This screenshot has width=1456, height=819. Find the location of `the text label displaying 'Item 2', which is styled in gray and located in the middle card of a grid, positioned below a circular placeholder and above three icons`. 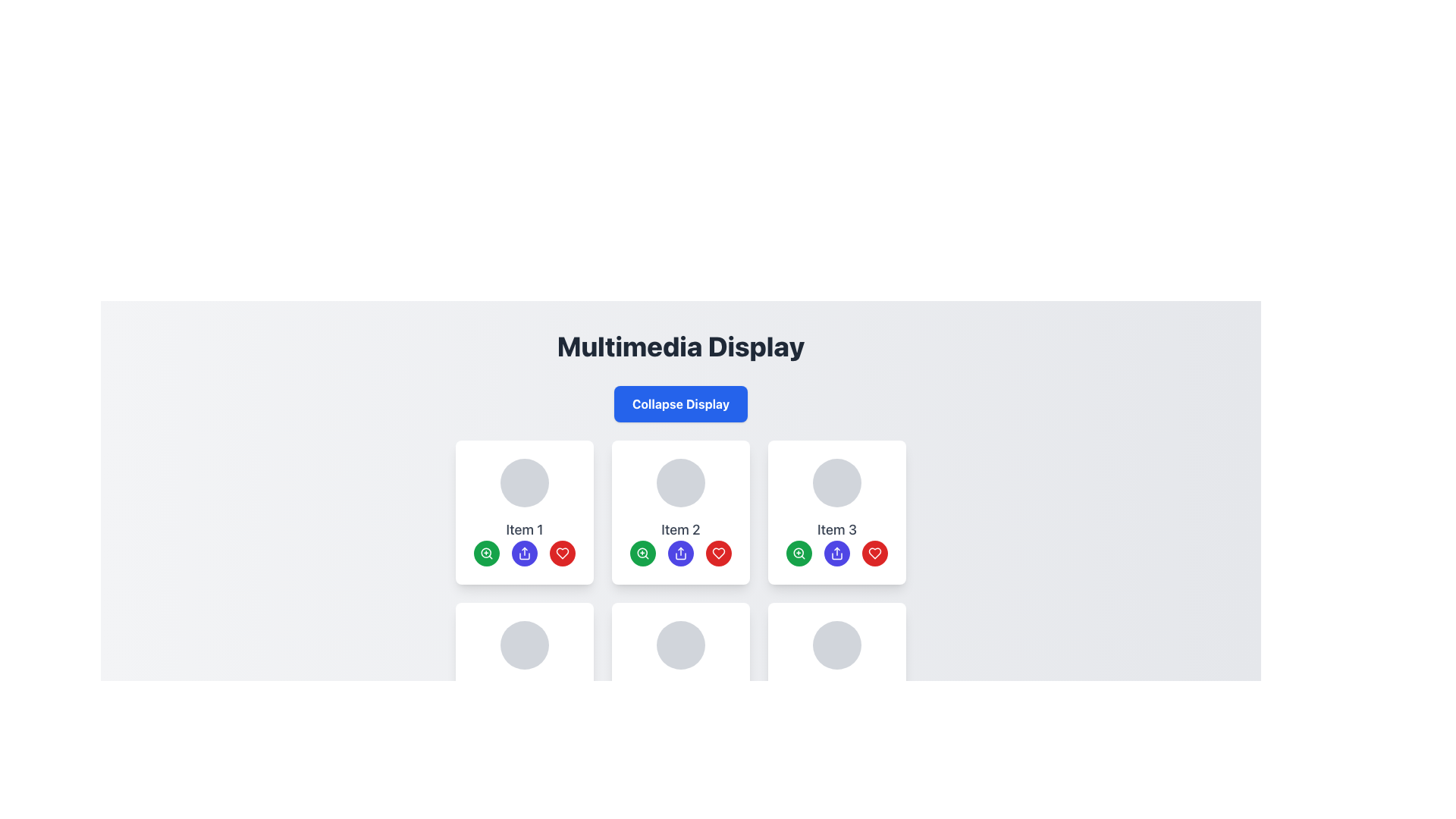

the text label displaying 'Item 2', which is styled in gray and located in the middle card of a grid, positioned below a circular placeholder and above three icons is located at coordinates (679, 529).